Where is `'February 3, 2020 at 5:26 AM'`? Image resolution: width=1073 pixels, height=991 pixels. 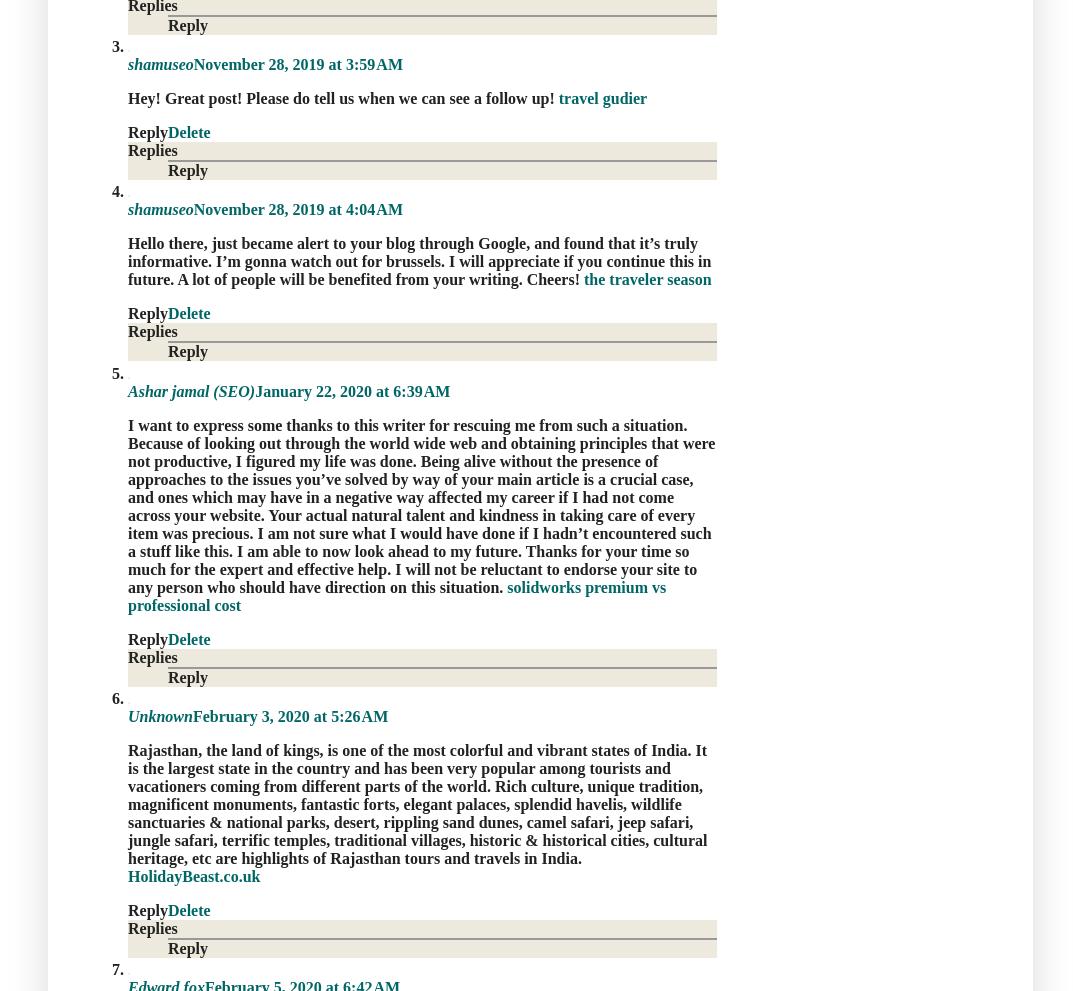
'February 3, 2020 at 5:26 AM' is located at coordinates (191, 715).